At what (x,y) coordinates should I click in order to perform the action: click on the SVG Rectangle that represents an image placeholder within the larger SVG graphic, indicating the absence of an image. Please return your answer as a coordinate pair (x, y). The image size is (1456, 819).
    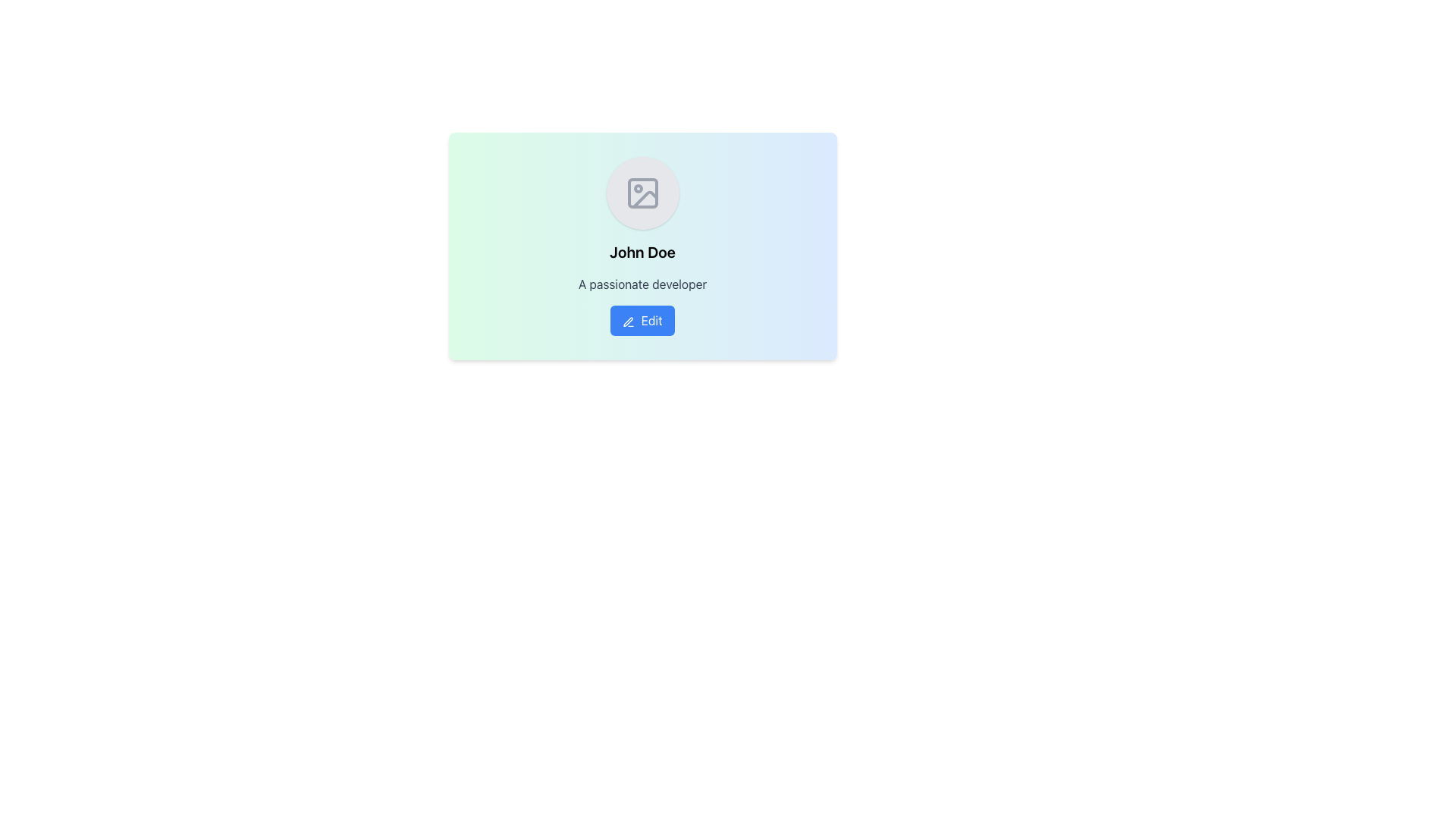
    Looking at the image, I should click on (642, 192).